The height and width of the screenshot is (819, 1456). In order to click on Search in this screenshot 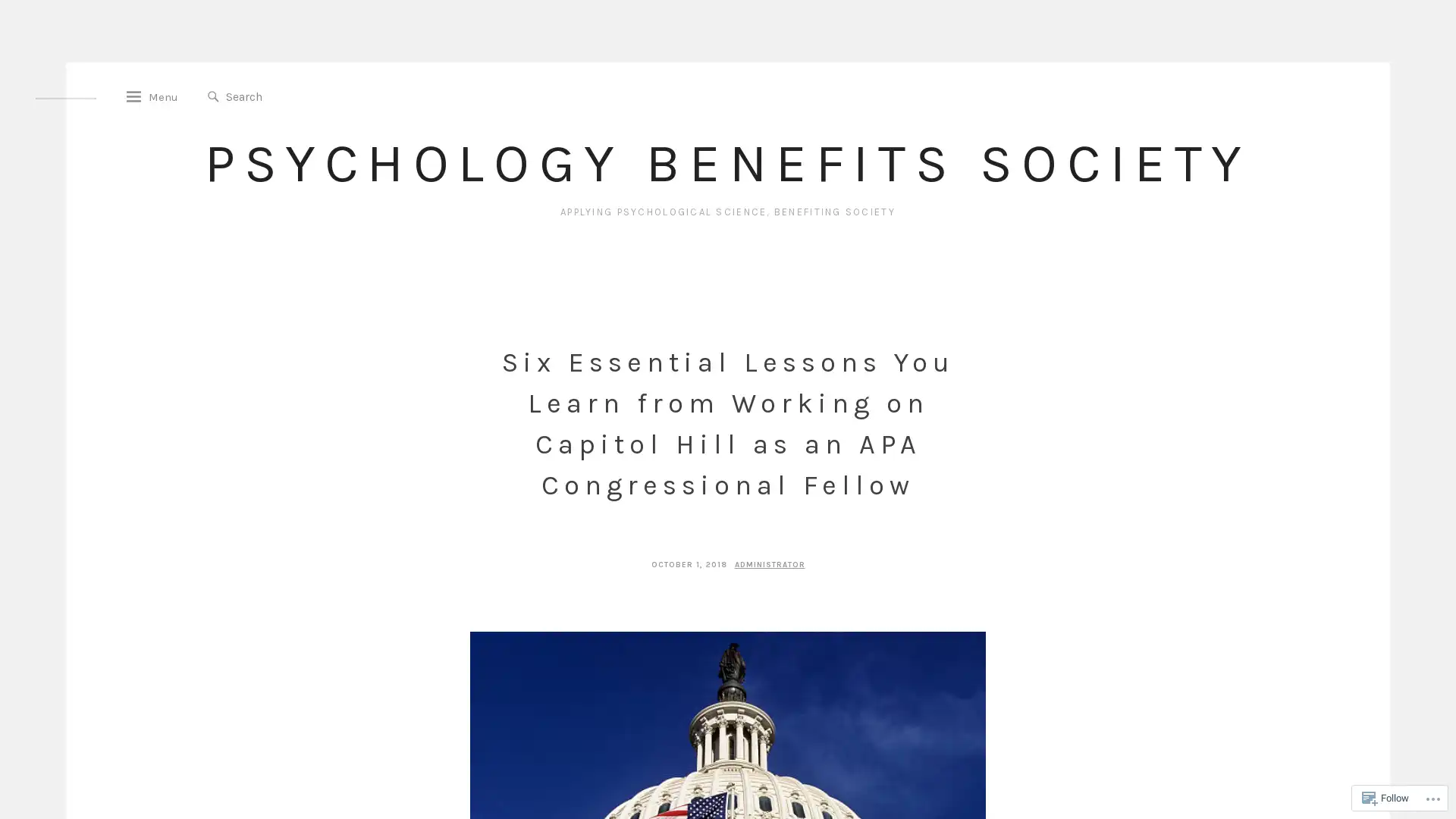, I will do `click(219, 102)`.